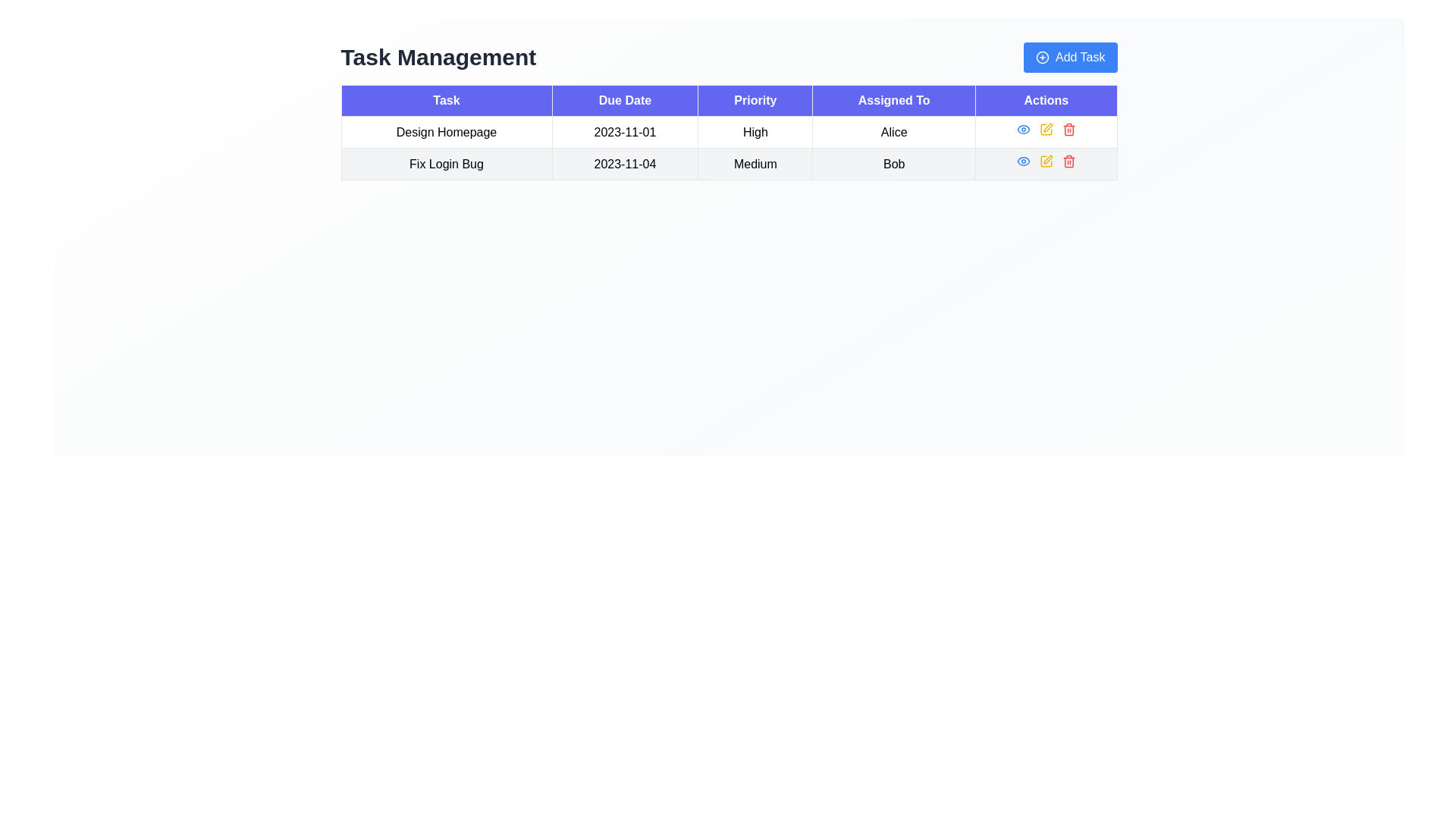 The width and height of the screenshot is (1456, 819). Describe the element at coordinates (446, 164) in the screenshot. I see `the 'Fix Login Bug' text label in the task management table, which is located in the leftmost cell of the second row labeled 'Fix Login Bug 2023-11-04 Medium Bob'` at that location.